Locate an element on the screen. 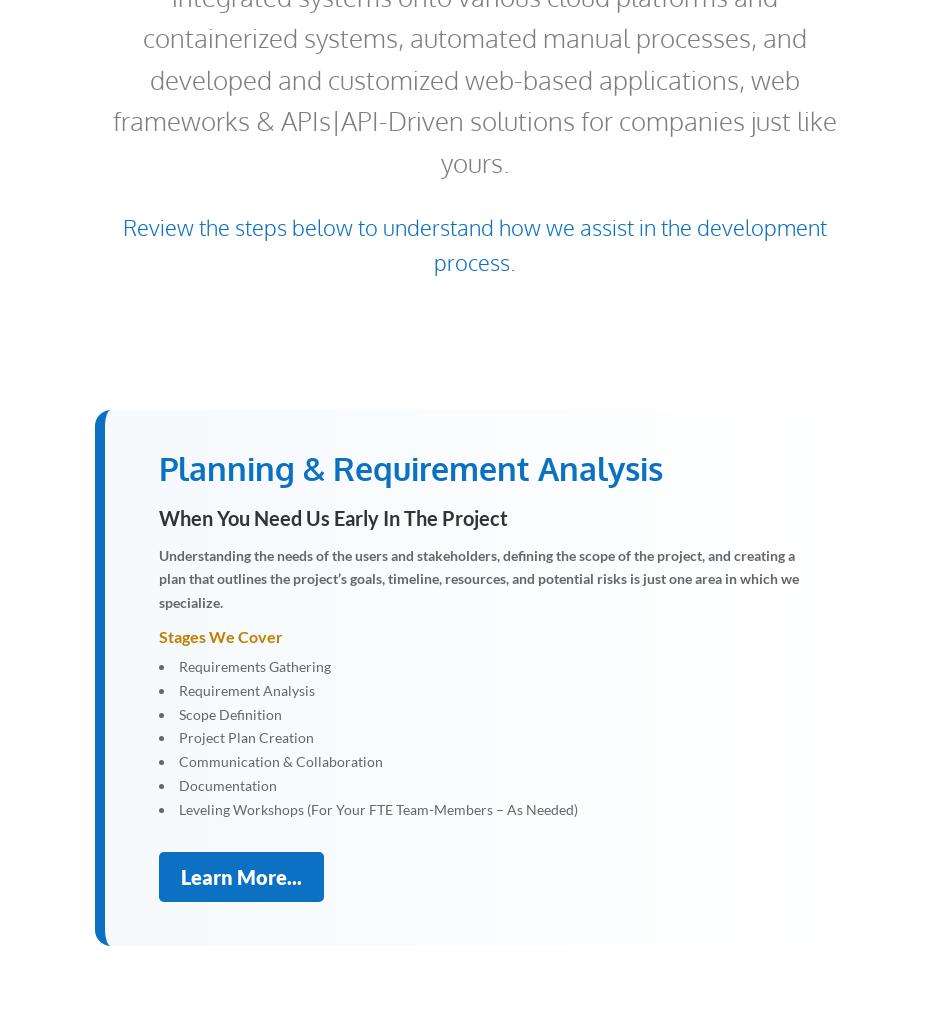 This screenshot has width=950, height=1034. 'Stages We Cover' is located at coordinates (220, 636).